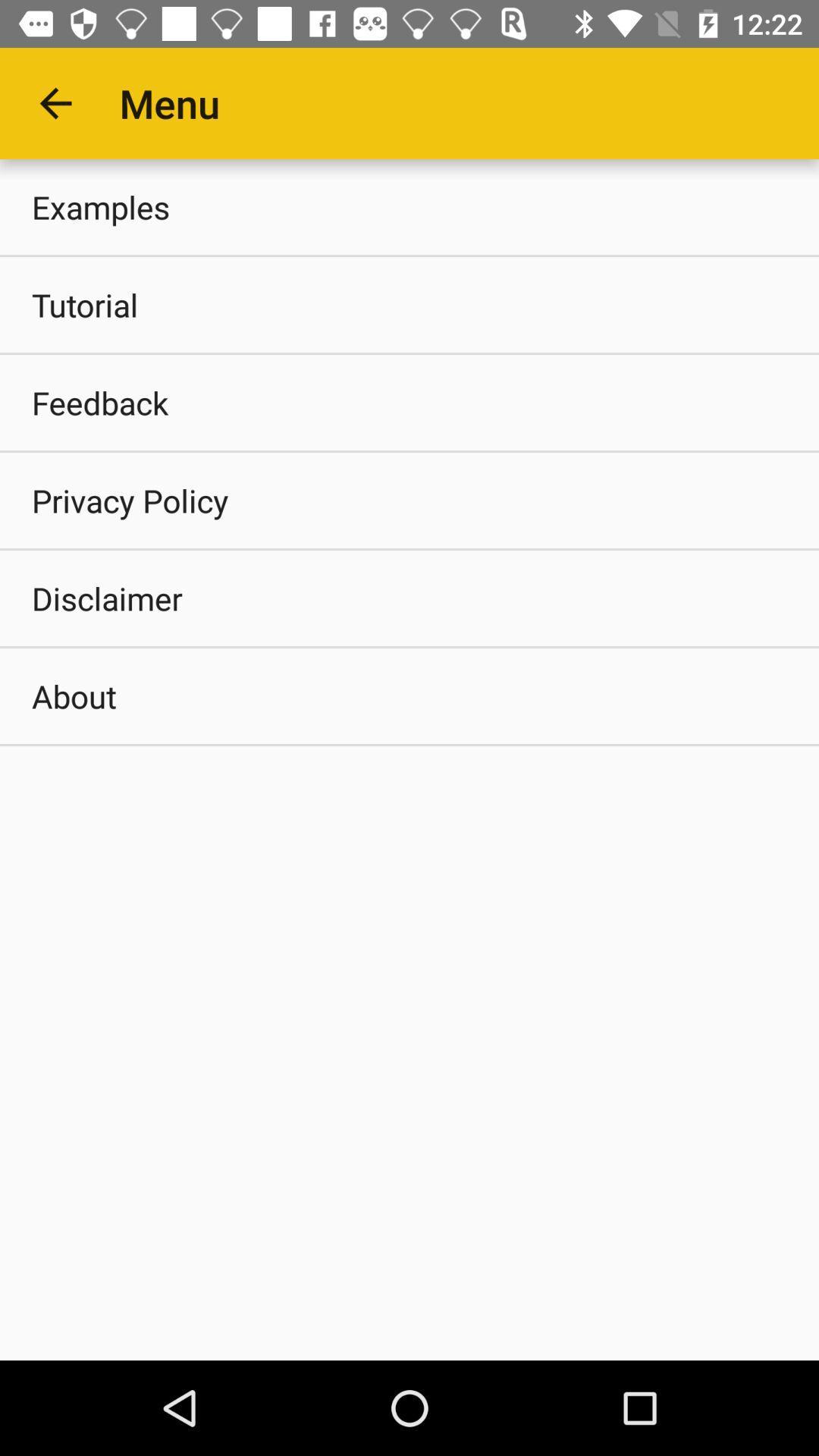  What do you see at coordinates (409, 403) in the screenshot?
I see `feedback` at bounding box center [409, 403].